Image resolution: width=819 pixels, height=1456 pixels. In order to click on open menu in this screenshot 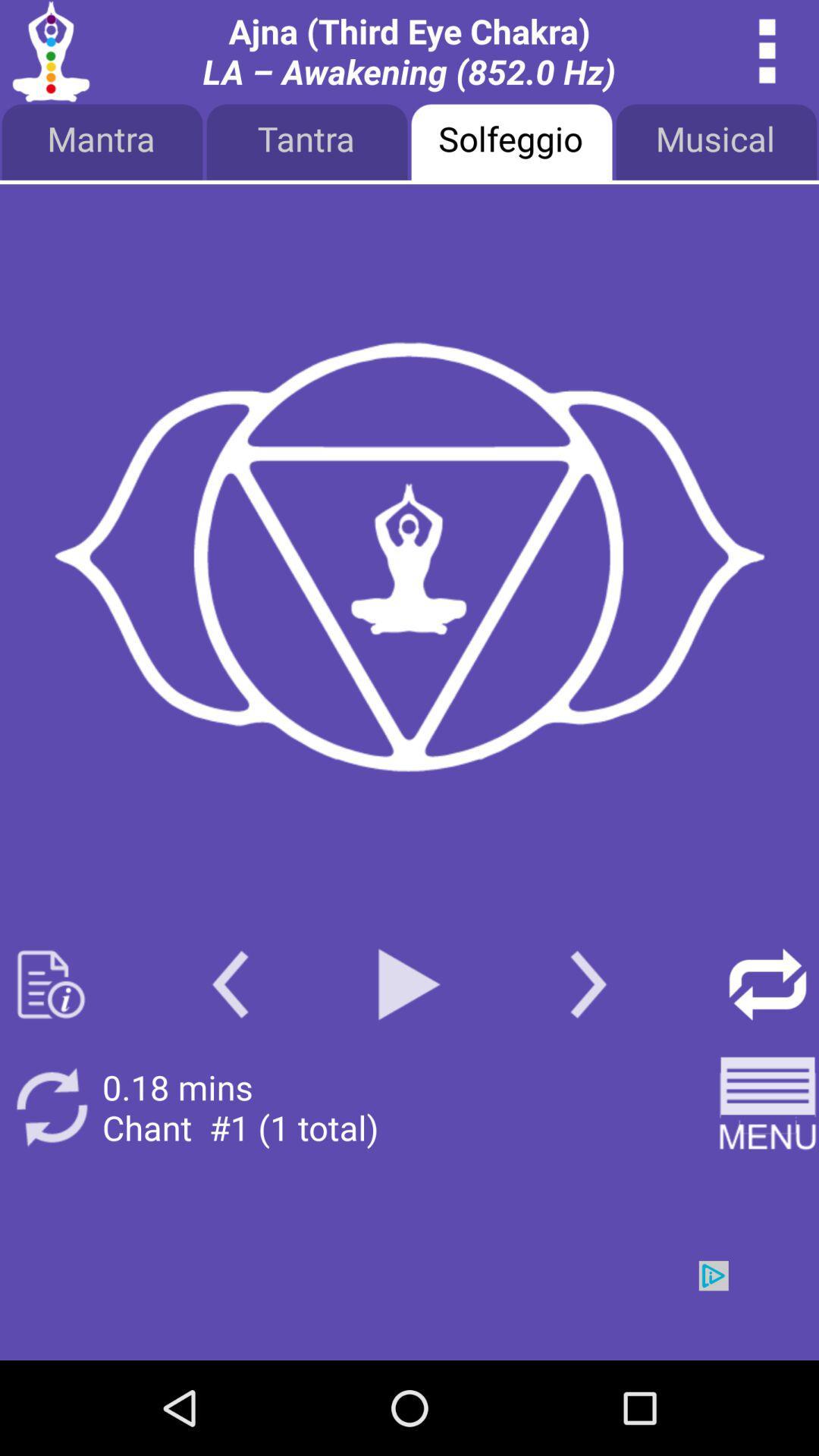, I will do `click(767, 1107)`.